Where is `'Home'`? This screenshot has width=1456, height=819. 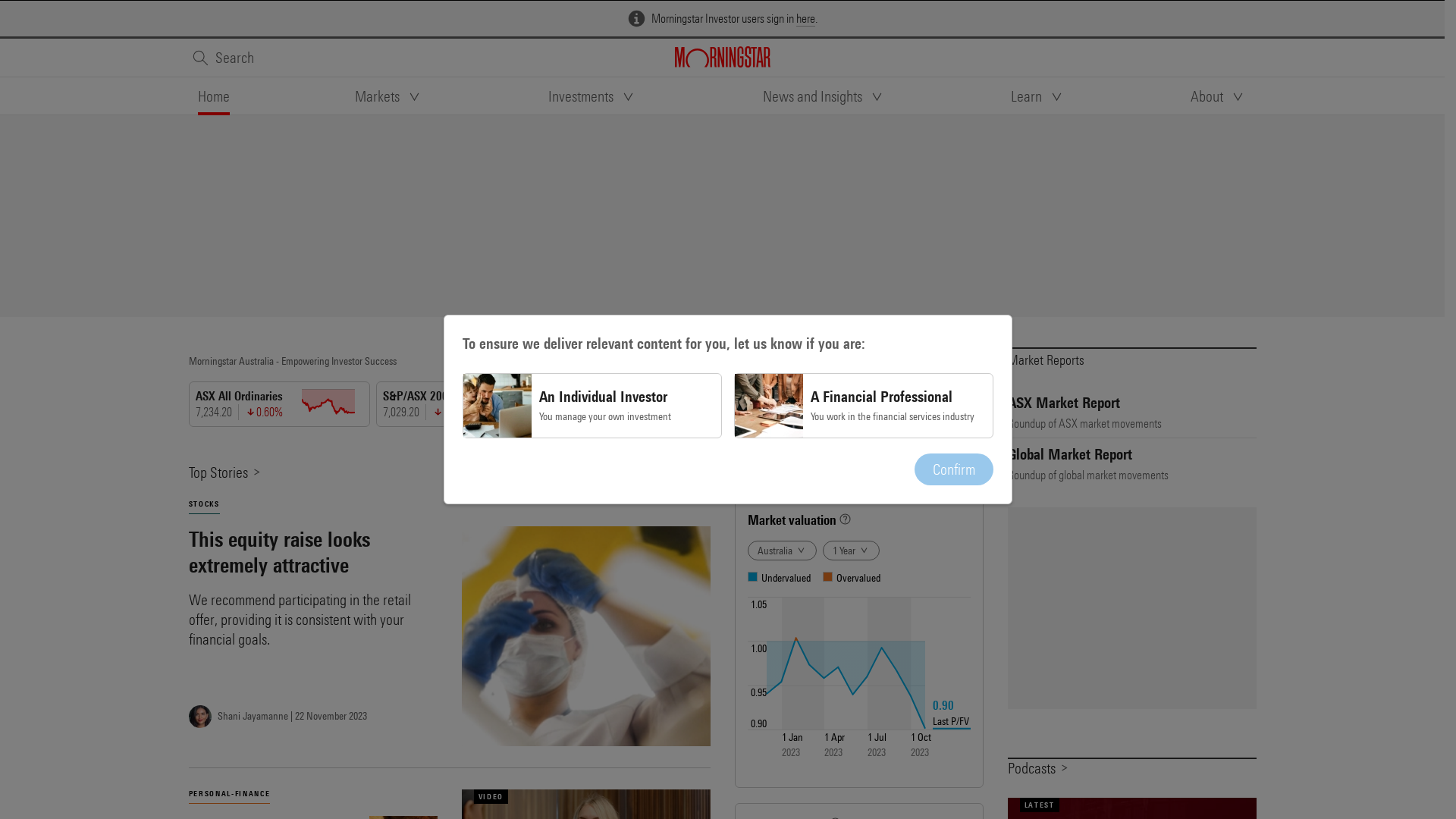 'Home' is located at coordinates (212, 96).